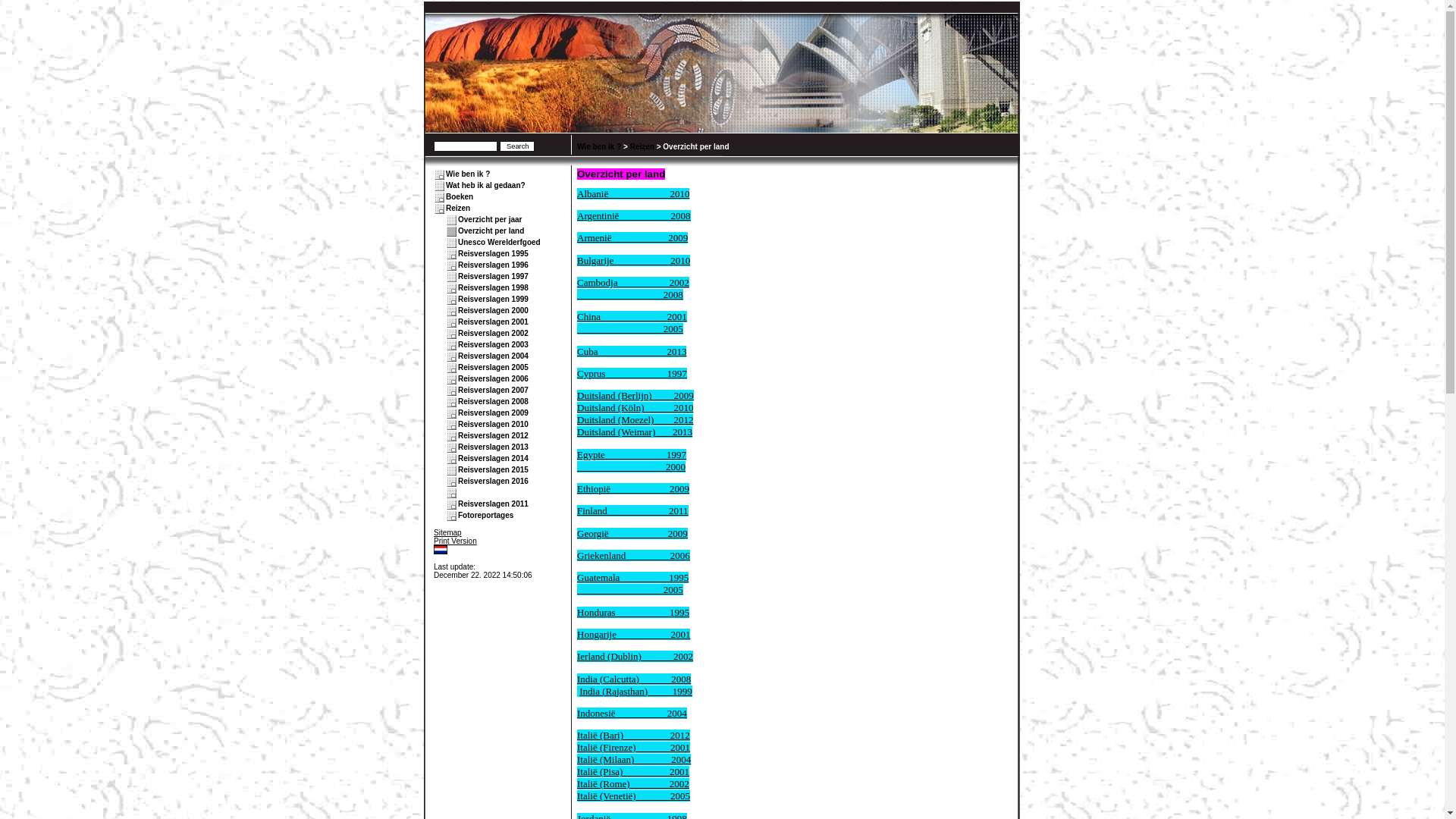  What do you see at coordinates (493, 413) in the screenshot?
I see `'Reisverslagen 2009'` at bounding box center [493, 413].